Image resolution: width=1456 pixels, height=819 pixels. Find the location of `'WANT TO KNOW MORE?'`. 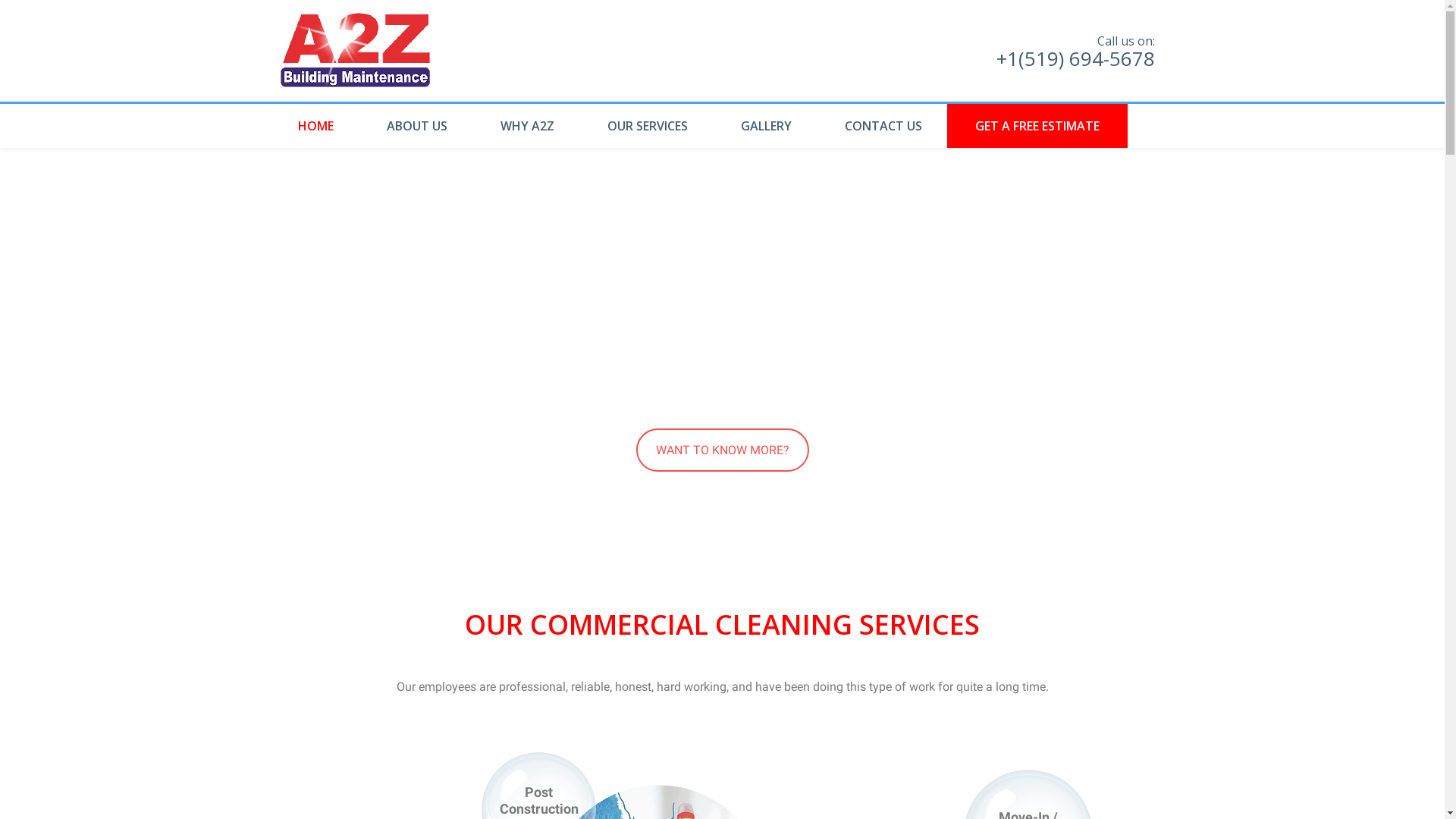

'WANT TO KNOW MORE?' is located at coordinates (720, 449).